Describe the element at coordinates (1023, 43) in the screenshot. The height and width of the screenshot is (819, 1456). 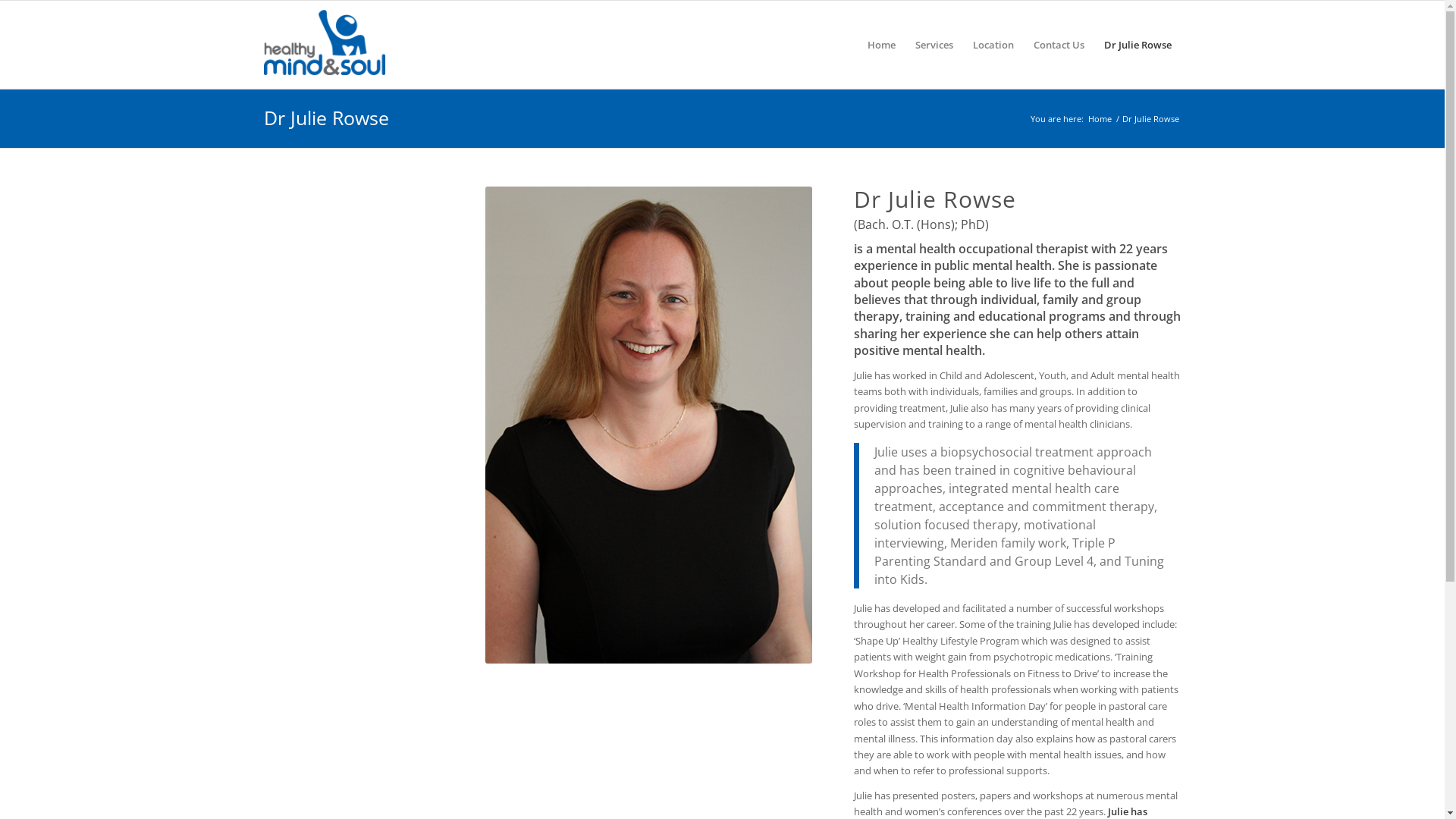
I see `'Contact Us'` at that location.